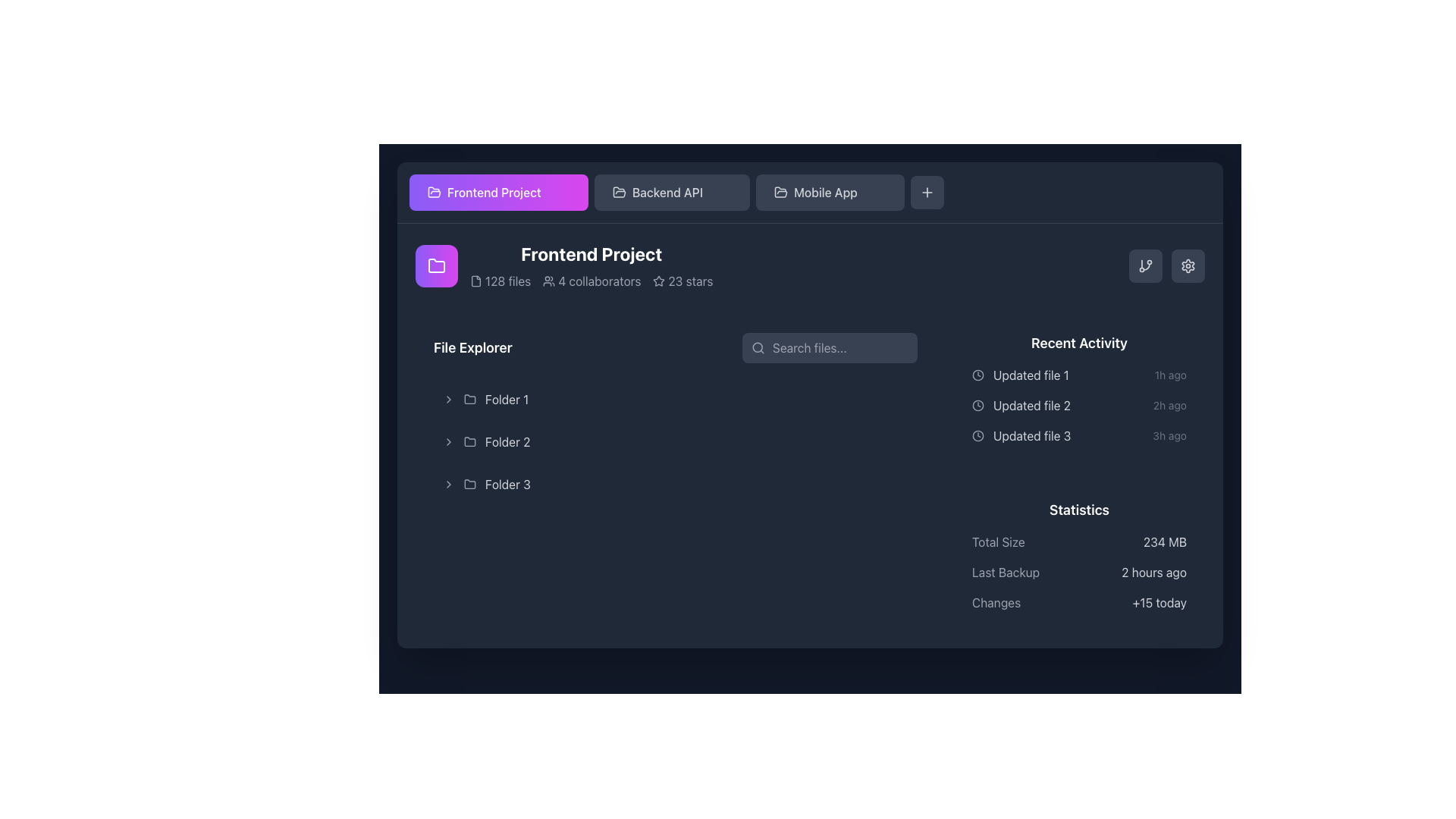 This screenshot has height=819, width=1456. What do you see at coordinates (1078, 435) in the screenshot?
I see `the third item in the 'Recent Activity' section, which displays a file update log indicating the file was updated 3 hours ago` at bounding box center [1078, 435].